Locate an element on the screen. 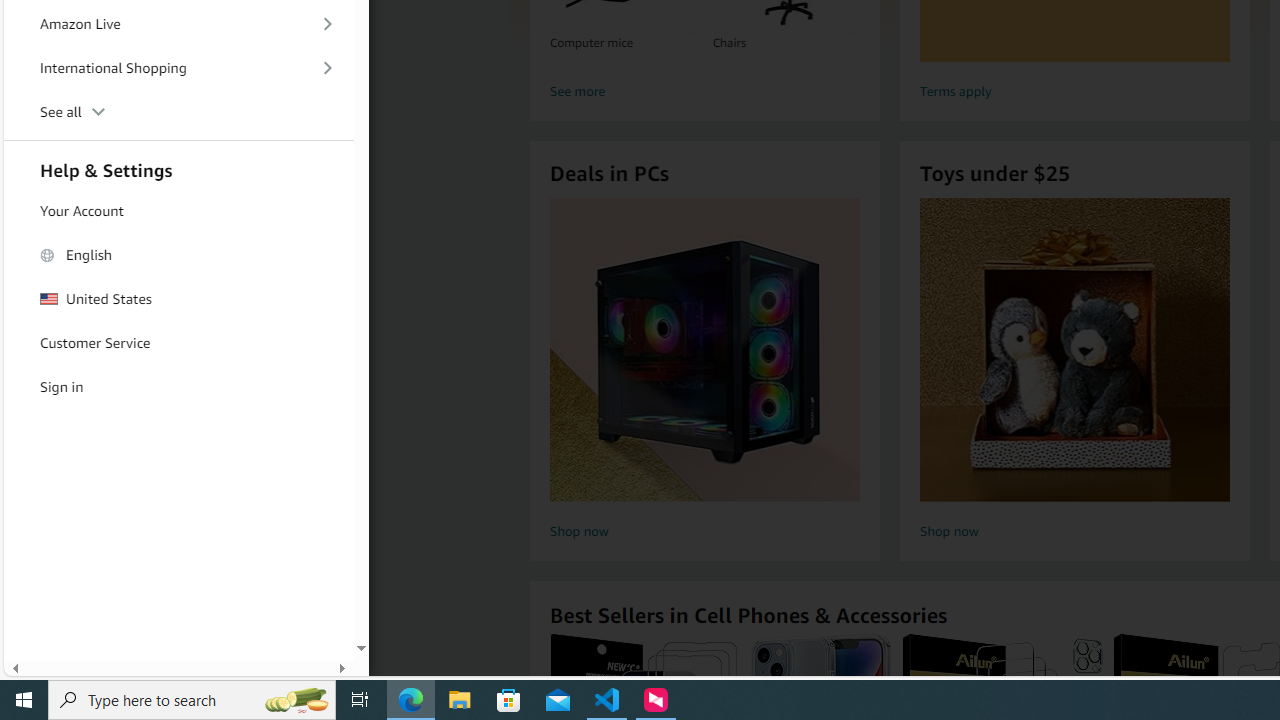 This screenshot has height=720, width=1280. 'United States' is located at coordinates (179, 298).